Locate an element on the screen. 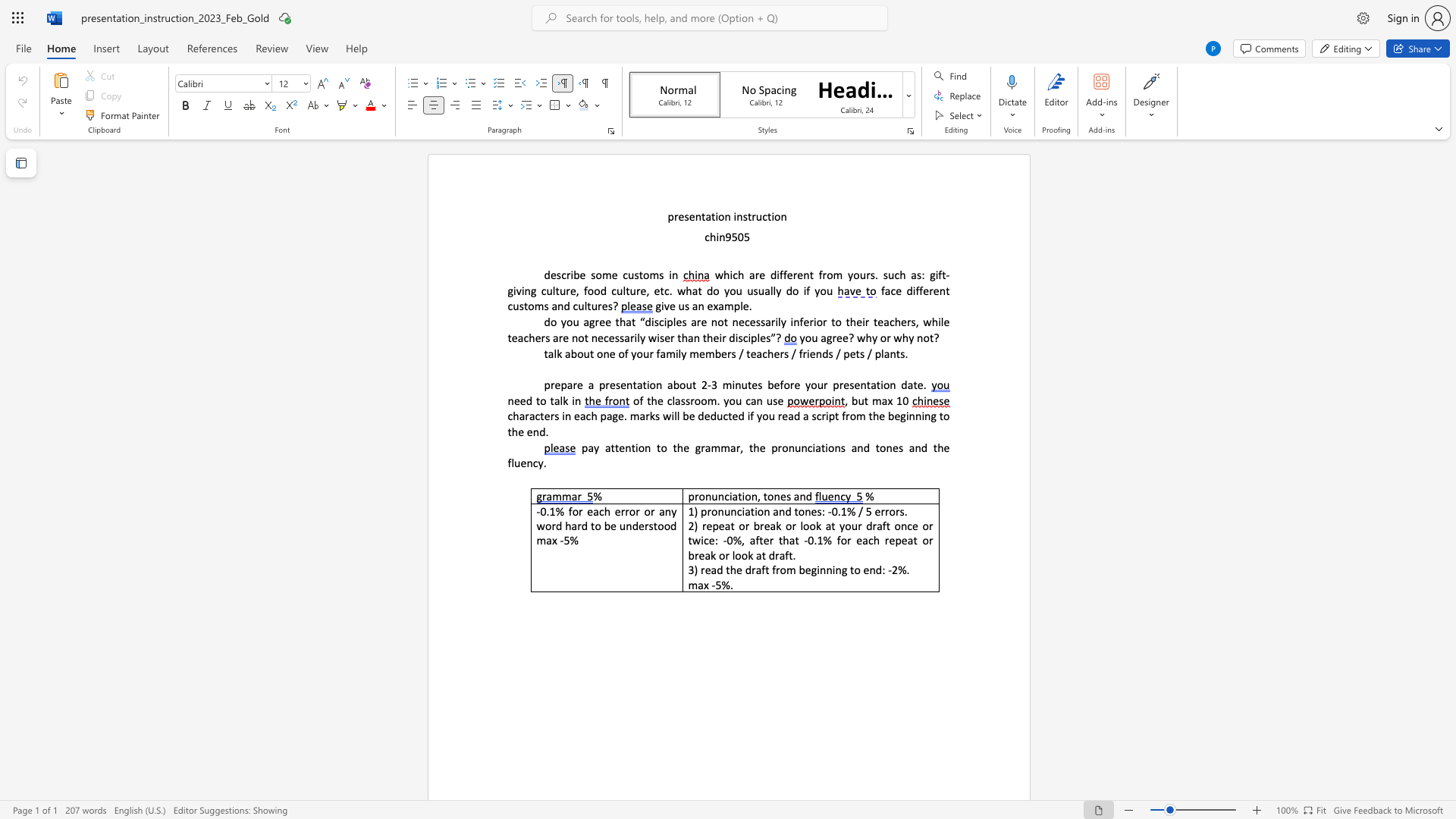 The height and width of the screenshot is (819, 1456). the subset text "ion to the grammar," within the text "pay attention to the grammar, the pronunciations and tones and the fluency." is located at coordinates (635, 447).